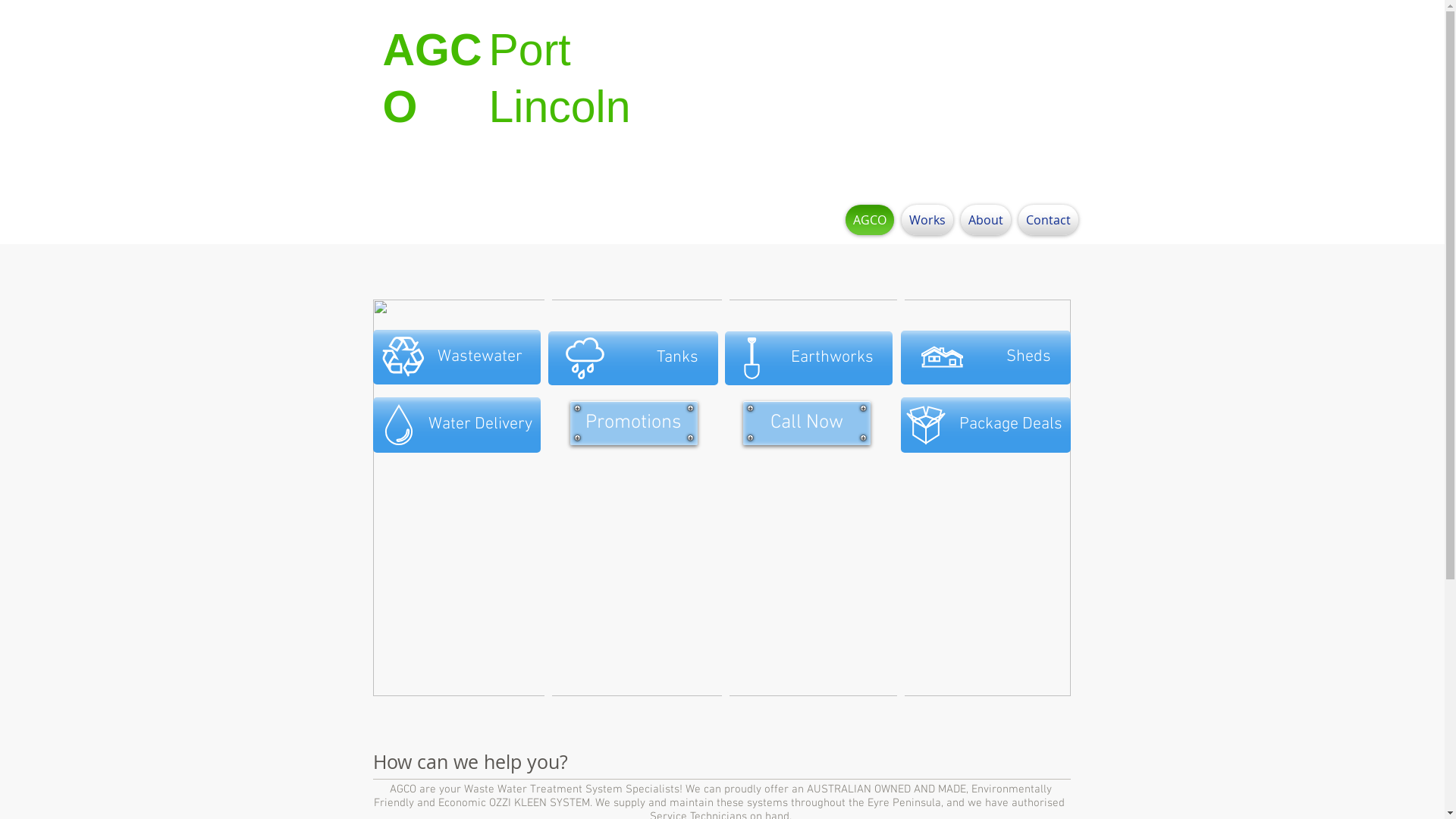 Image resolution: width=1456 pixels, height=819 pixels. I want to click on 'Port Lincoln', so click(558, 78).